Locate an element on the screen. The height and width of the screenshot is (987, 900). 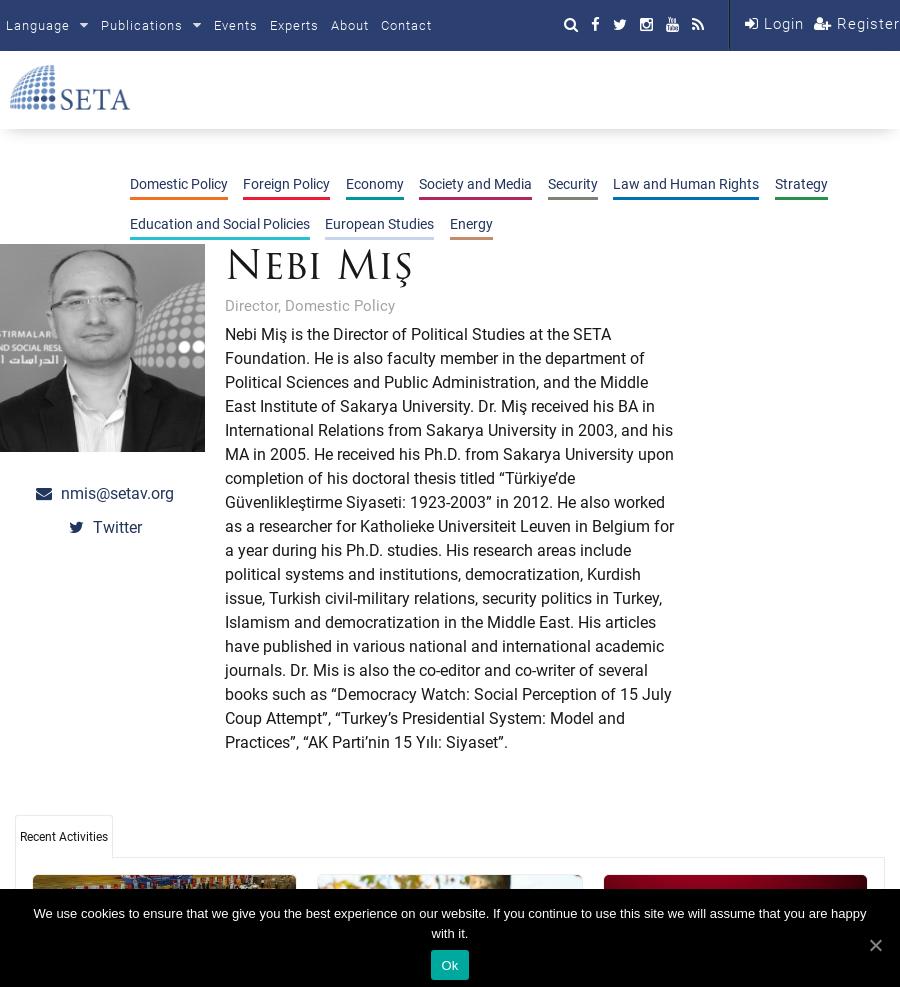
'Recent Activities' is located at coordinates (62, 836).